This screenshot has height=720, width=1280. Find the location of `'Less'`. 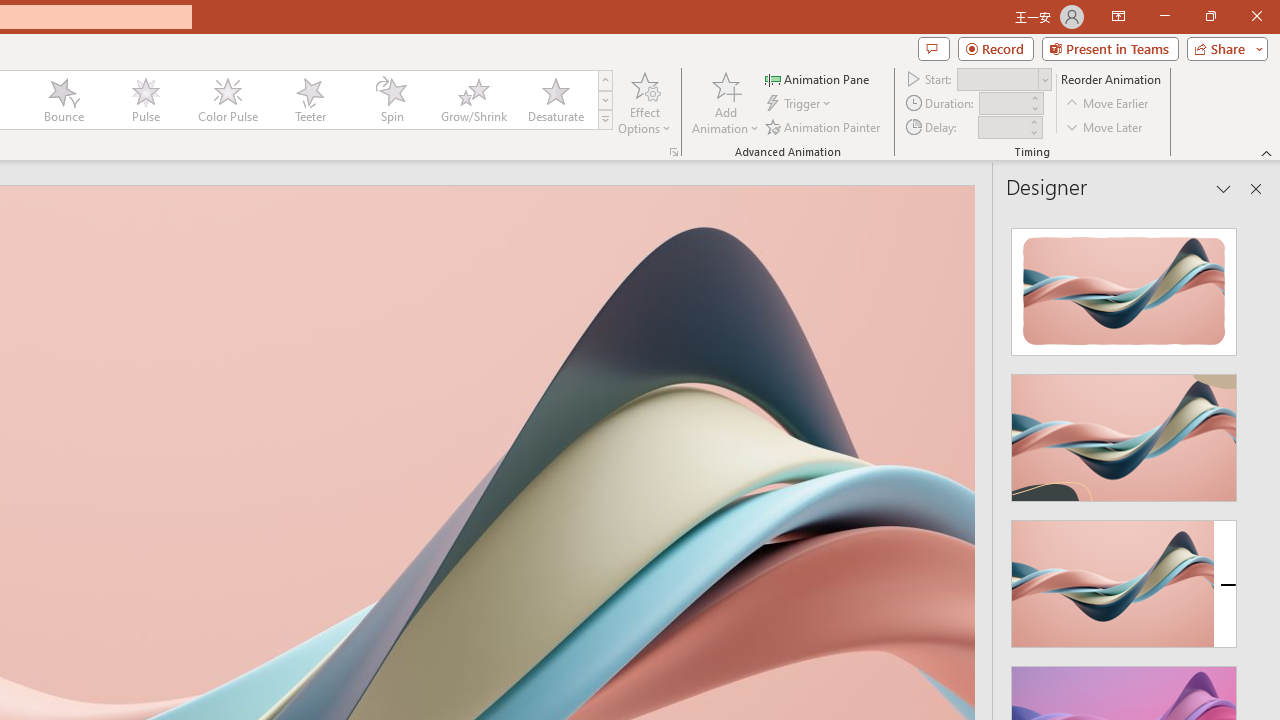

'Less' is located at coordinates (1033, 132).